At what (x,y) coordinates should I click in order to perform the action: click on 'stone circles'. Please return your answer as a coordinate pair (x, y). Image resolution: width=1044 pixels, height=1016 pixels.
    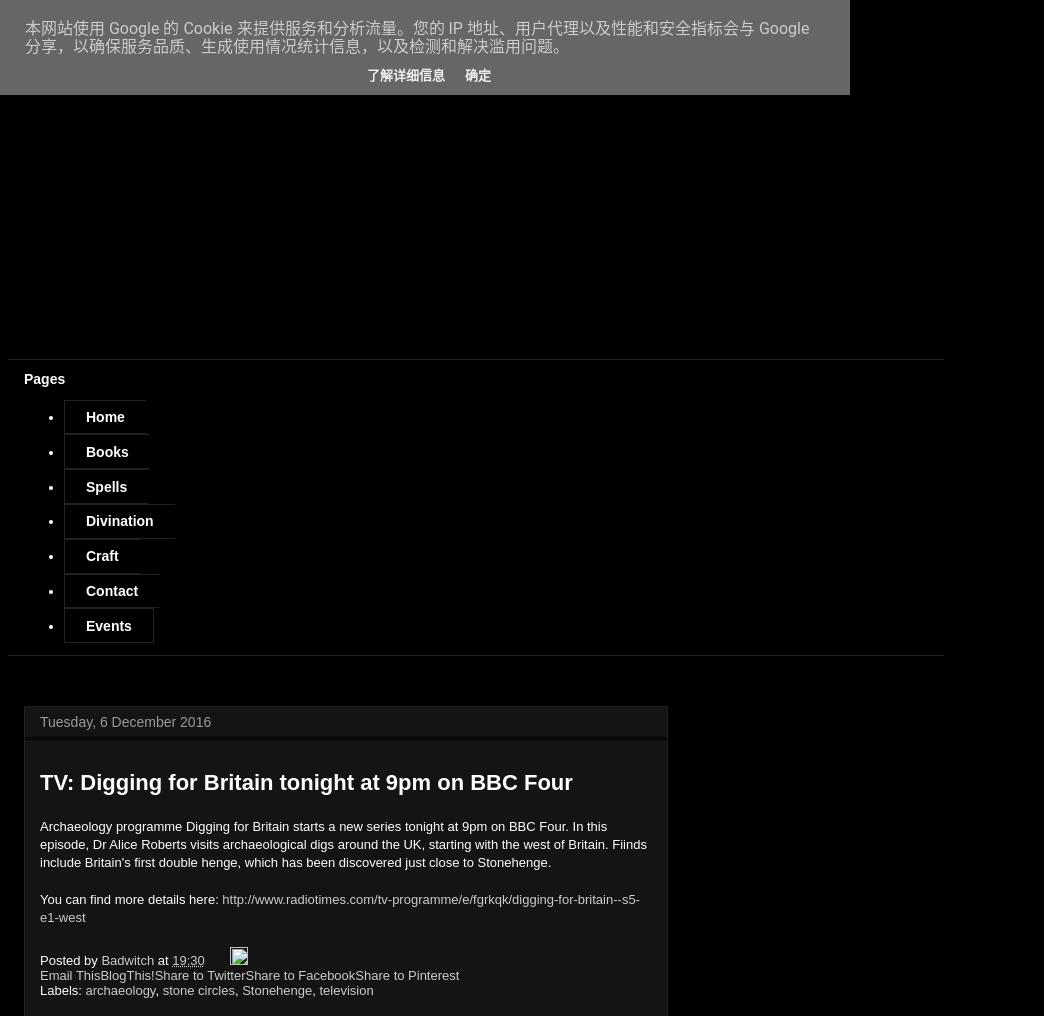
    Looking at the image, I should click on (161, 989).